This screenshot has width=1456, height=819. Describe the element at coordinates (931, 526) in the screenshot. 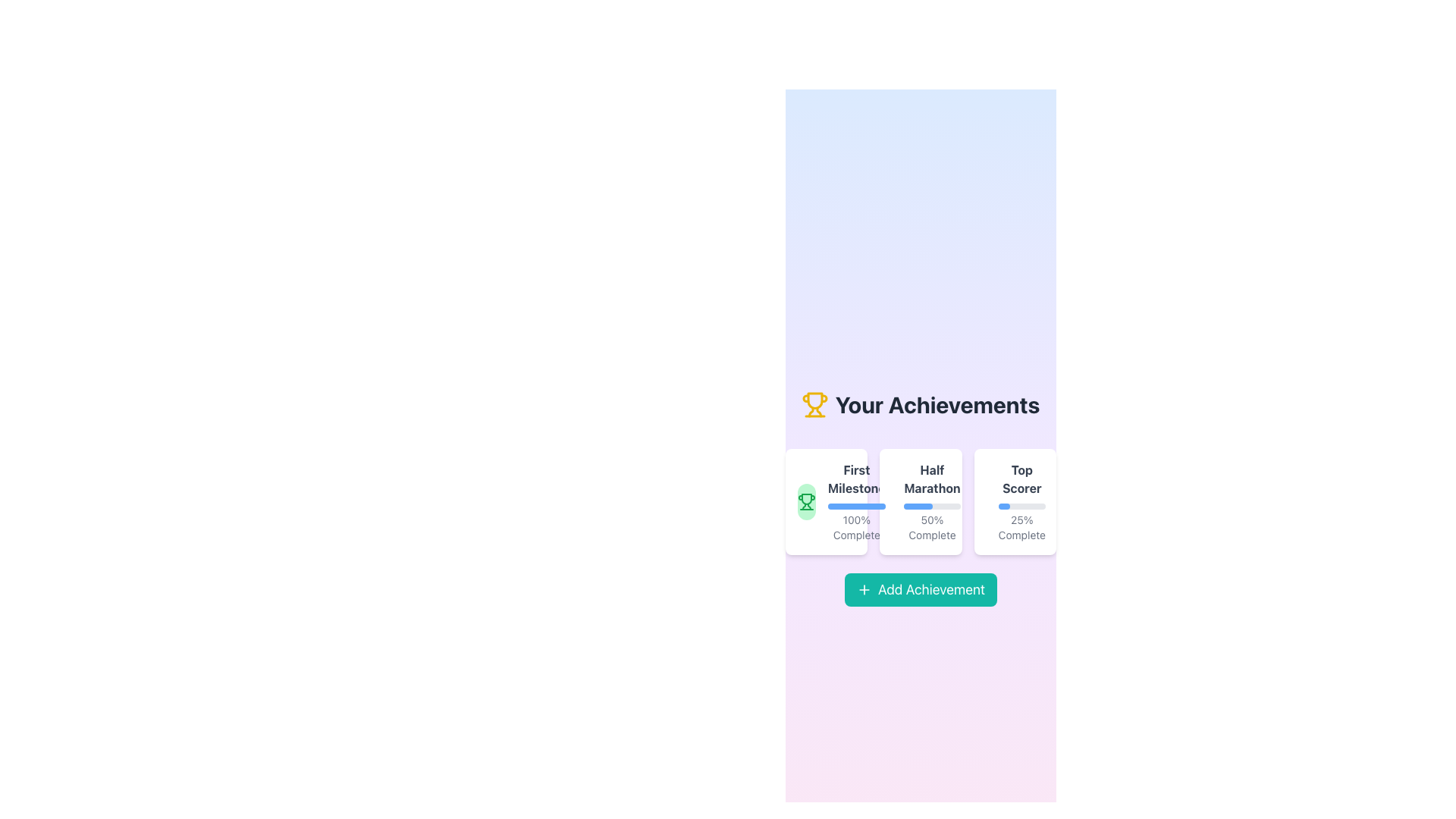

I see `the static text element displaying '50% Complete' within the 'Half Marathon' card, which is styled in gray and indicates progress` at that location.